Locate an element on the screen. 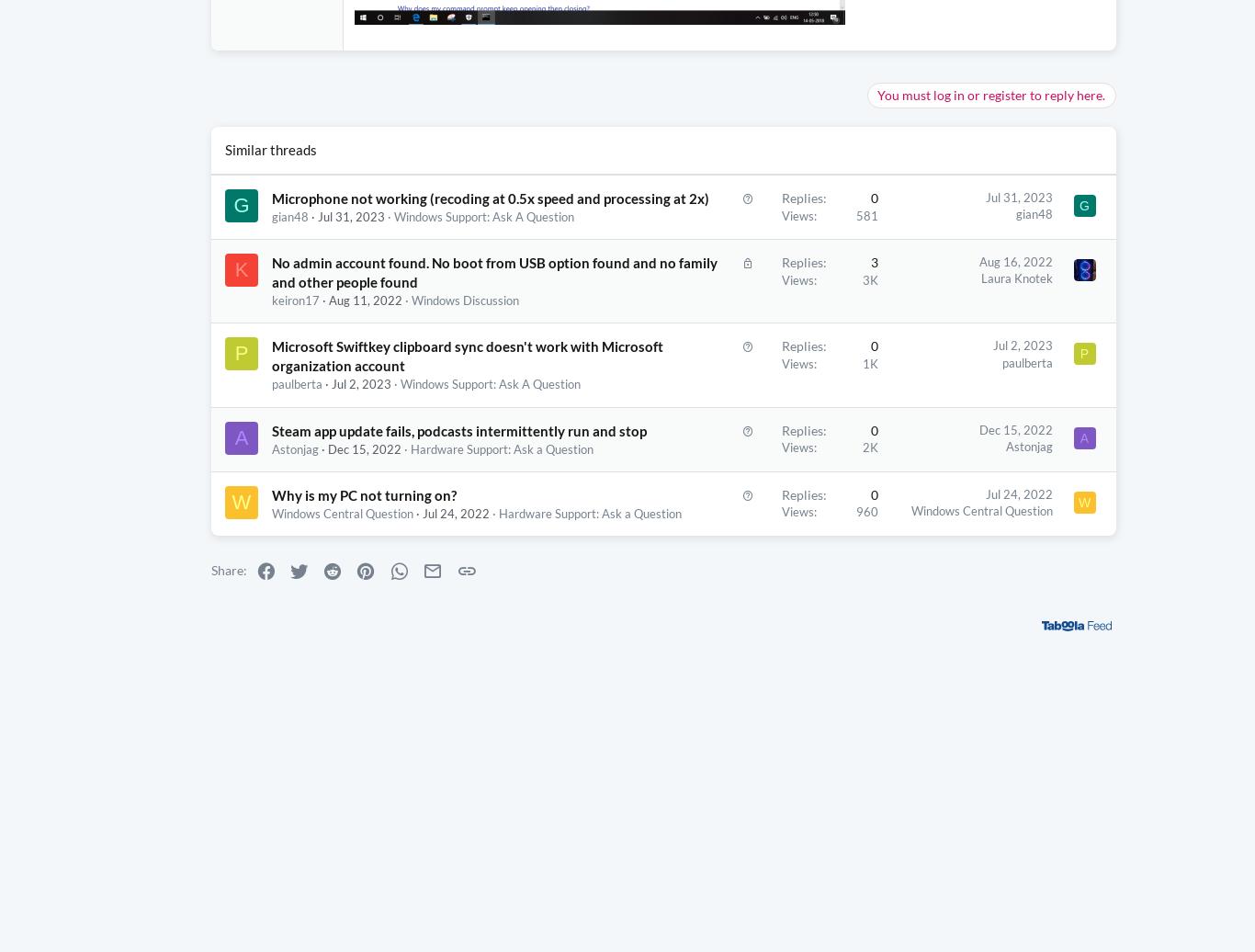 This screenshot has height=952, width=1255. 'Microsoft Swiftkey clipboard sync doesn't work with Microsoft organization account' is located at coordinates (402, 394).